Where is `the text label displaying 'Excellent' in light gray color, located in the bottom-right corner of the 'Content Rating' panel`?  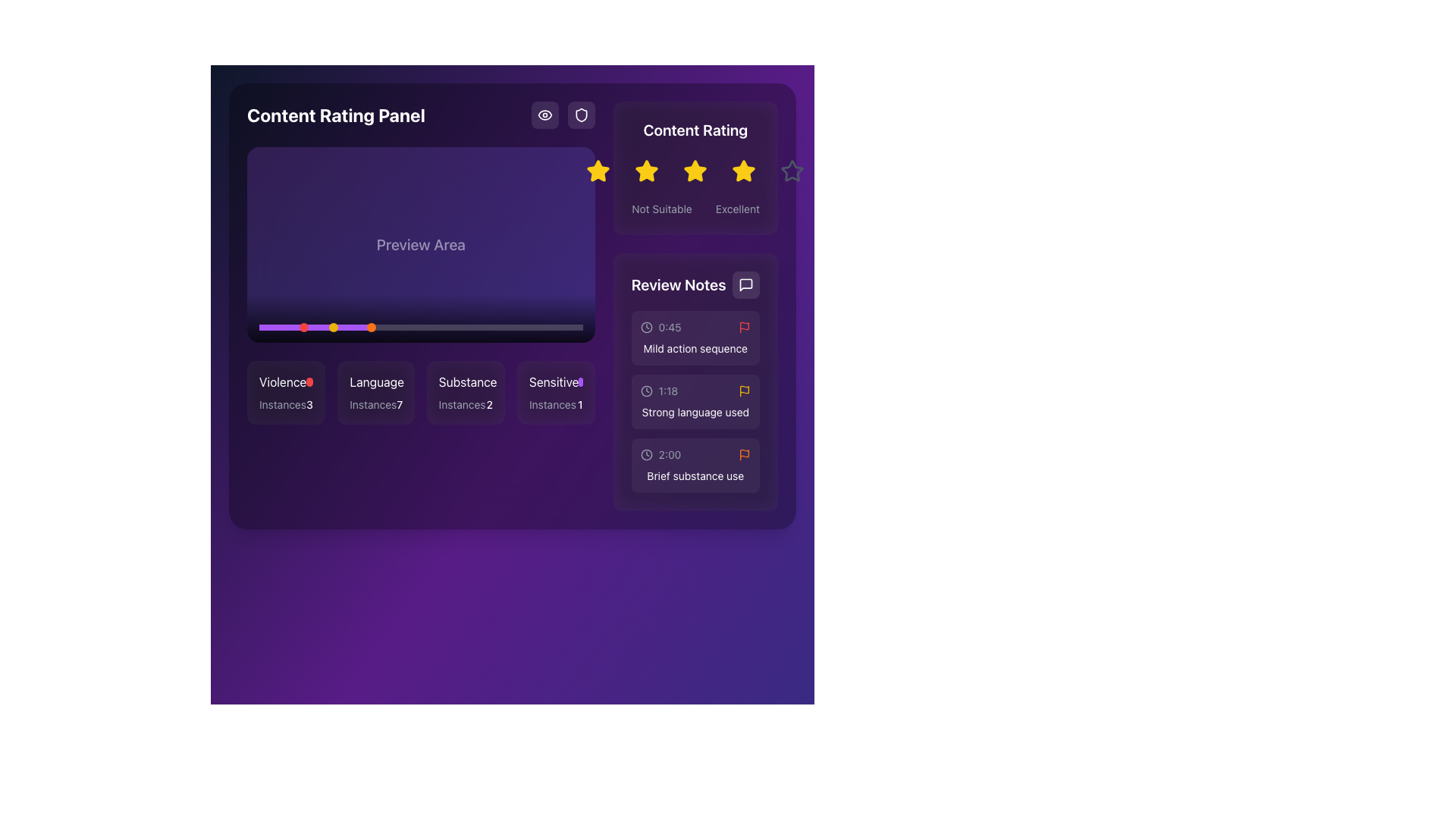
the text label displaying 'Excellent' in light gray color, located in the bottom-right corner of the 'Content Rating' panel is located at coordinates (737, 209).